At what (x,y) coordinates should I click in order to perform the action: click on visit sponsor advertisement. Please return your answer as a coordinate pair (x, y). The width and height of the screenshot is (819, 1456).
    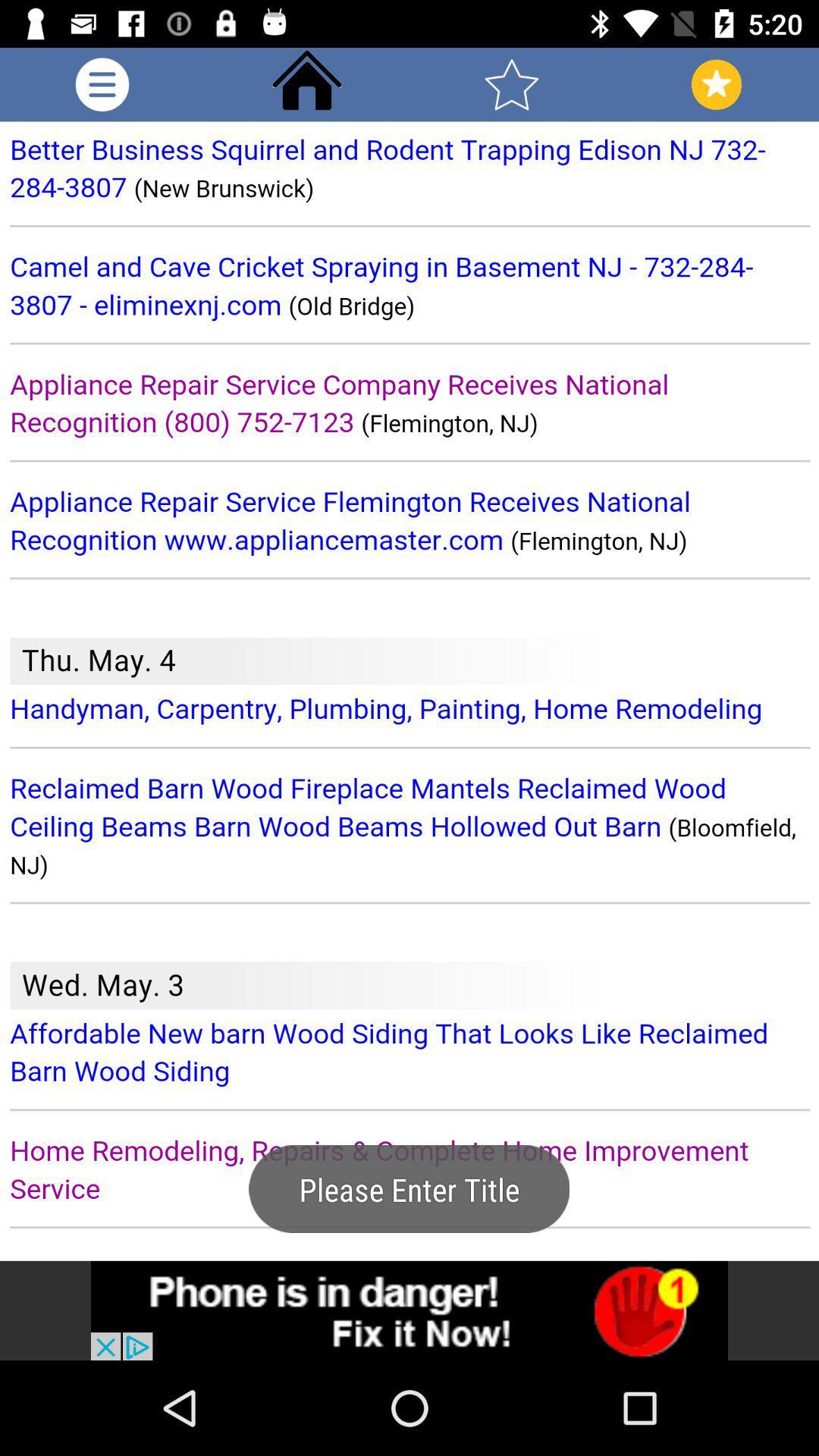
    Looking at the image, I should click on (409, 1310).